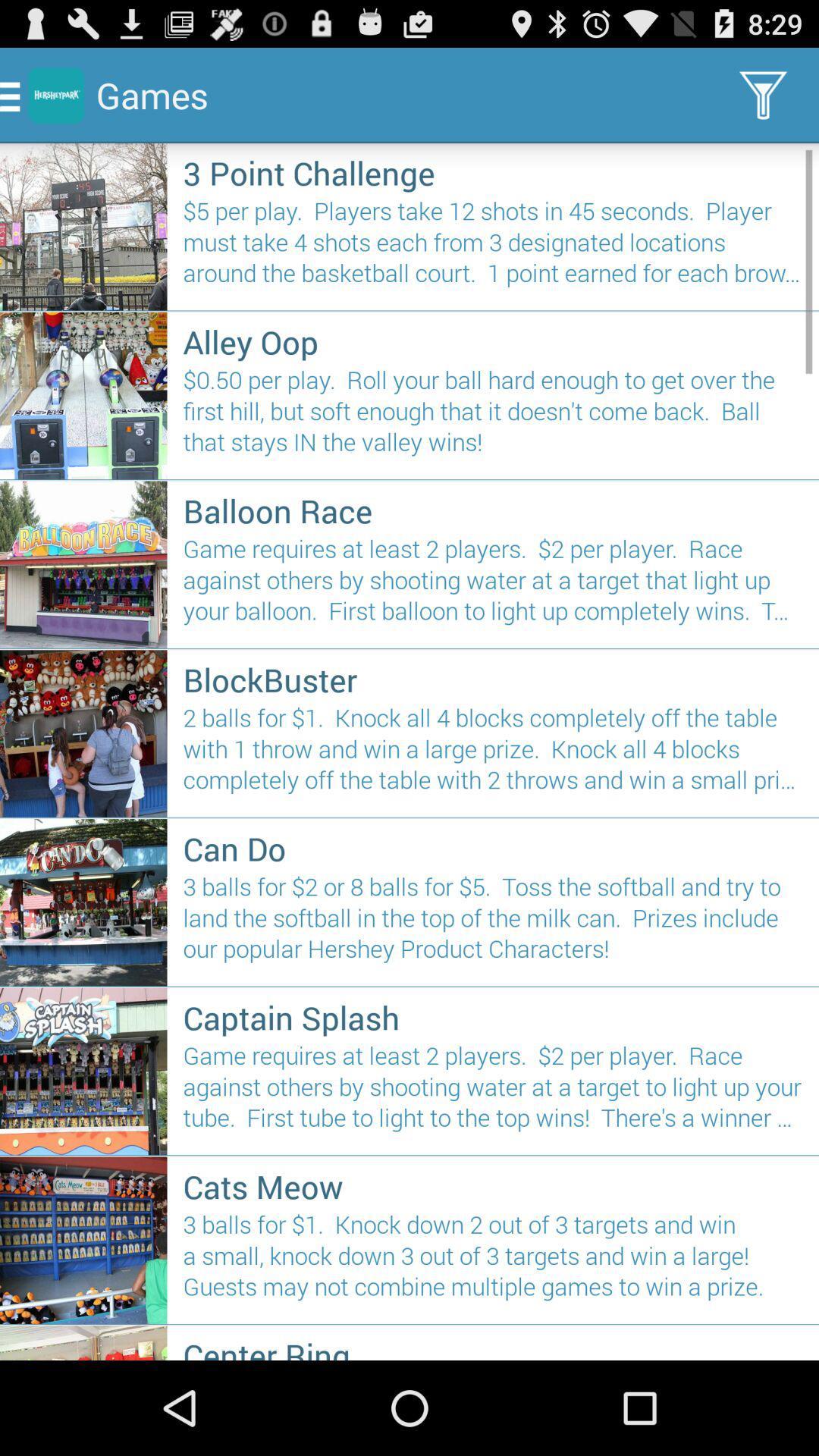 The width and height of the screenshot is (819, 1456). What do you see at coordinates (493, 1347) in the screenshot?
I see `the item below 3 balls for icon` at bounding box center [493, 1347].